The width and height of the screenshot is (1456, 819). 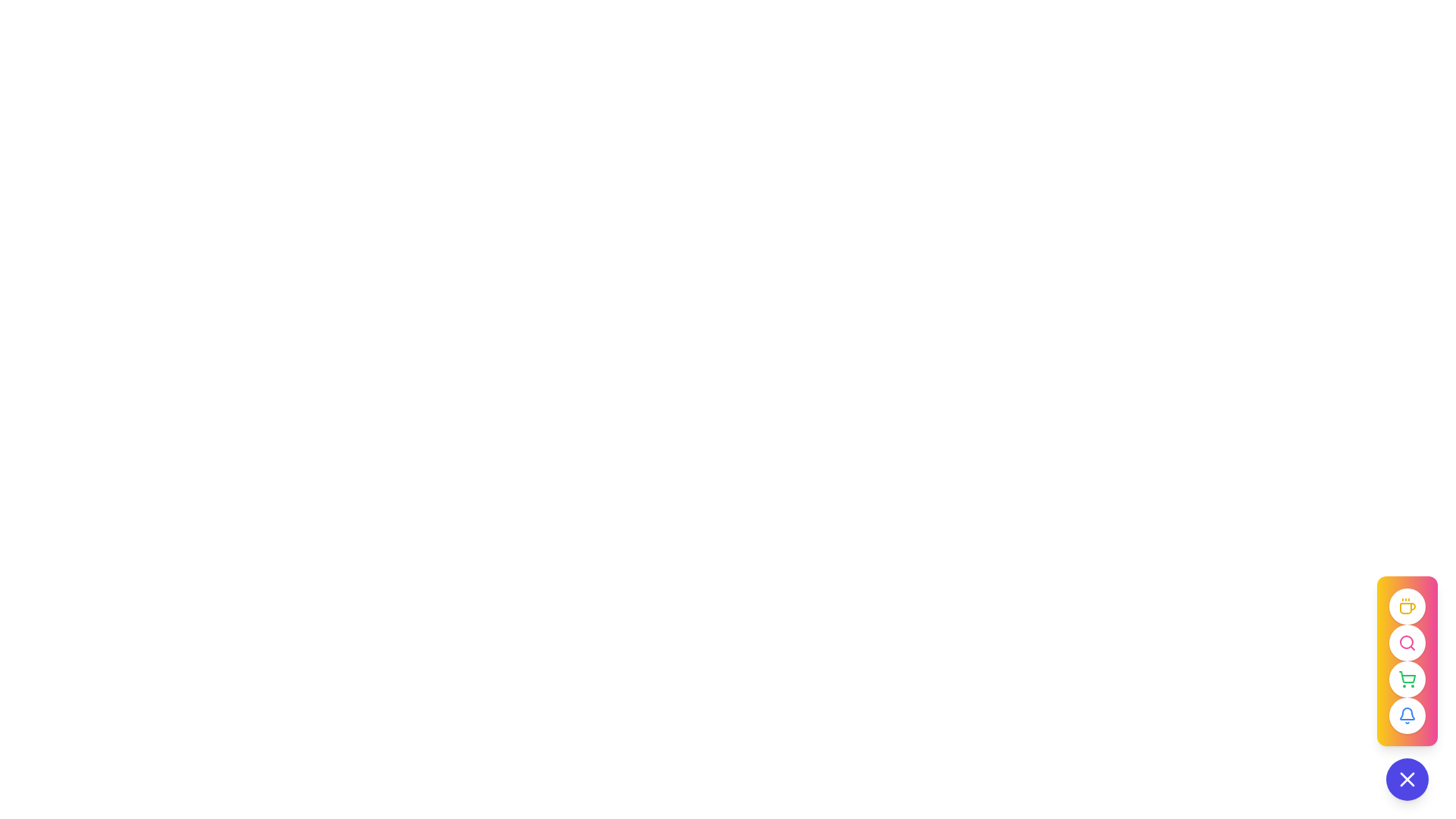 I want to click on the coffee mug icon button, which is the topmost element in a vertical stack of circular buttons in the colorful sidebar on the right edge of the interface, so click(x=1407, y=605).